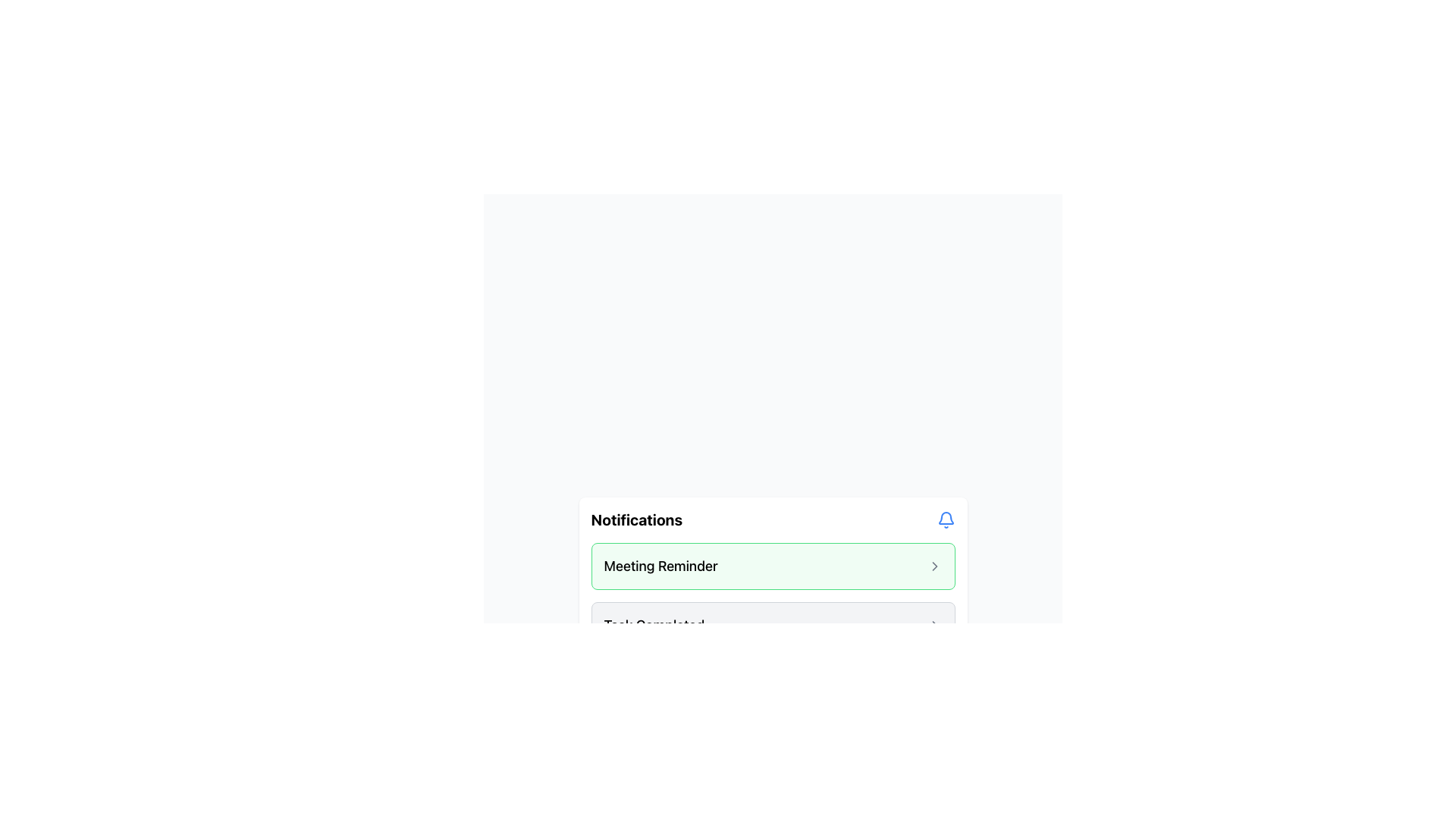  What do you see at coordinates (773, 566) in the screenshot?
I see `the notification item in the 'Notifications' section` at bounding box center [773, 566].